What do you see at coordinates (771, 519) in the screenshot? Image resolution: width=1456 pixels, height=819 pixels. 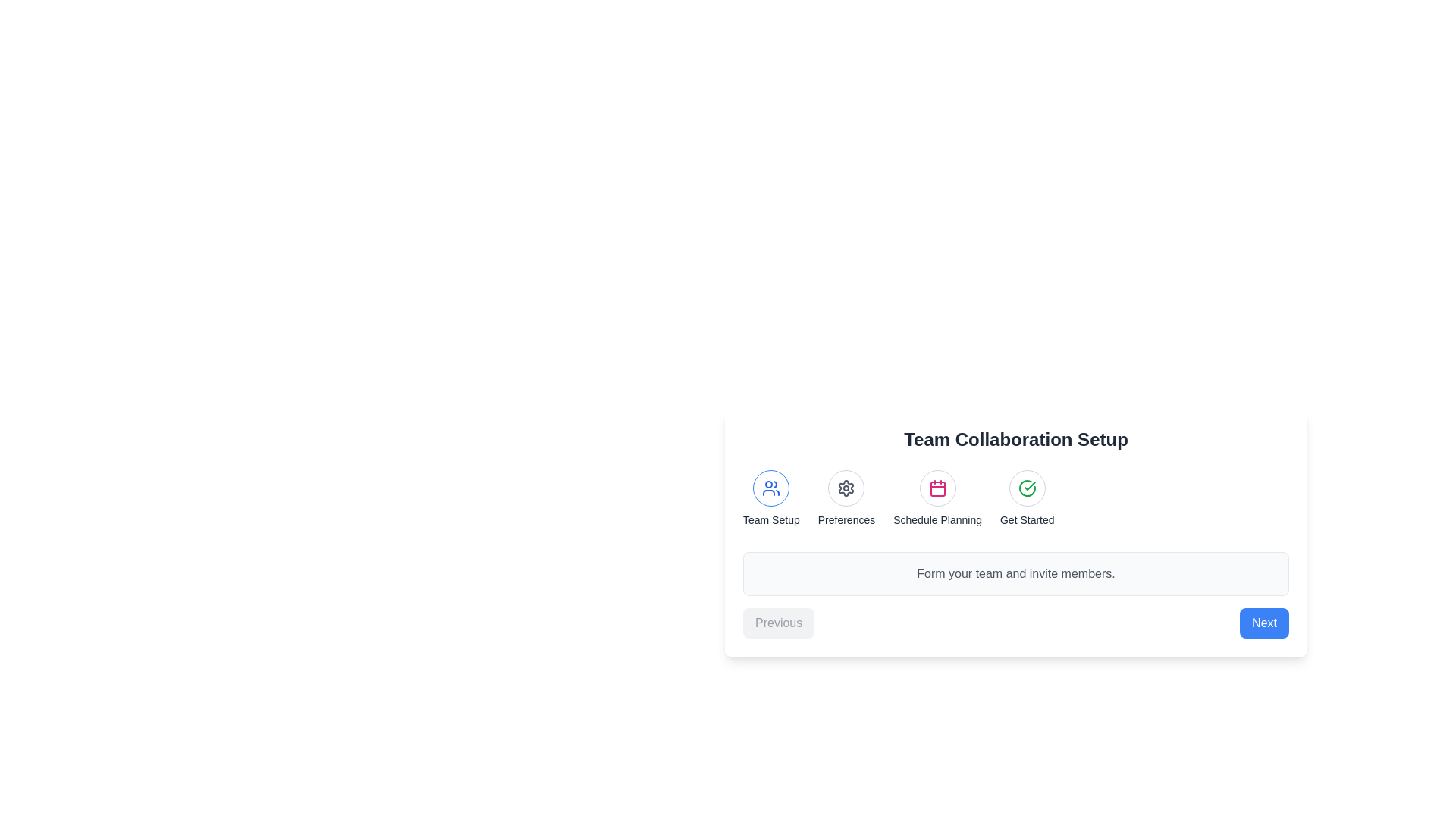 I see `the 'Team Setup' text label, which is displayed in a small, bold, dark gray font and is centered below the users' icon in the navigation component` at bounding box center [771, 519].